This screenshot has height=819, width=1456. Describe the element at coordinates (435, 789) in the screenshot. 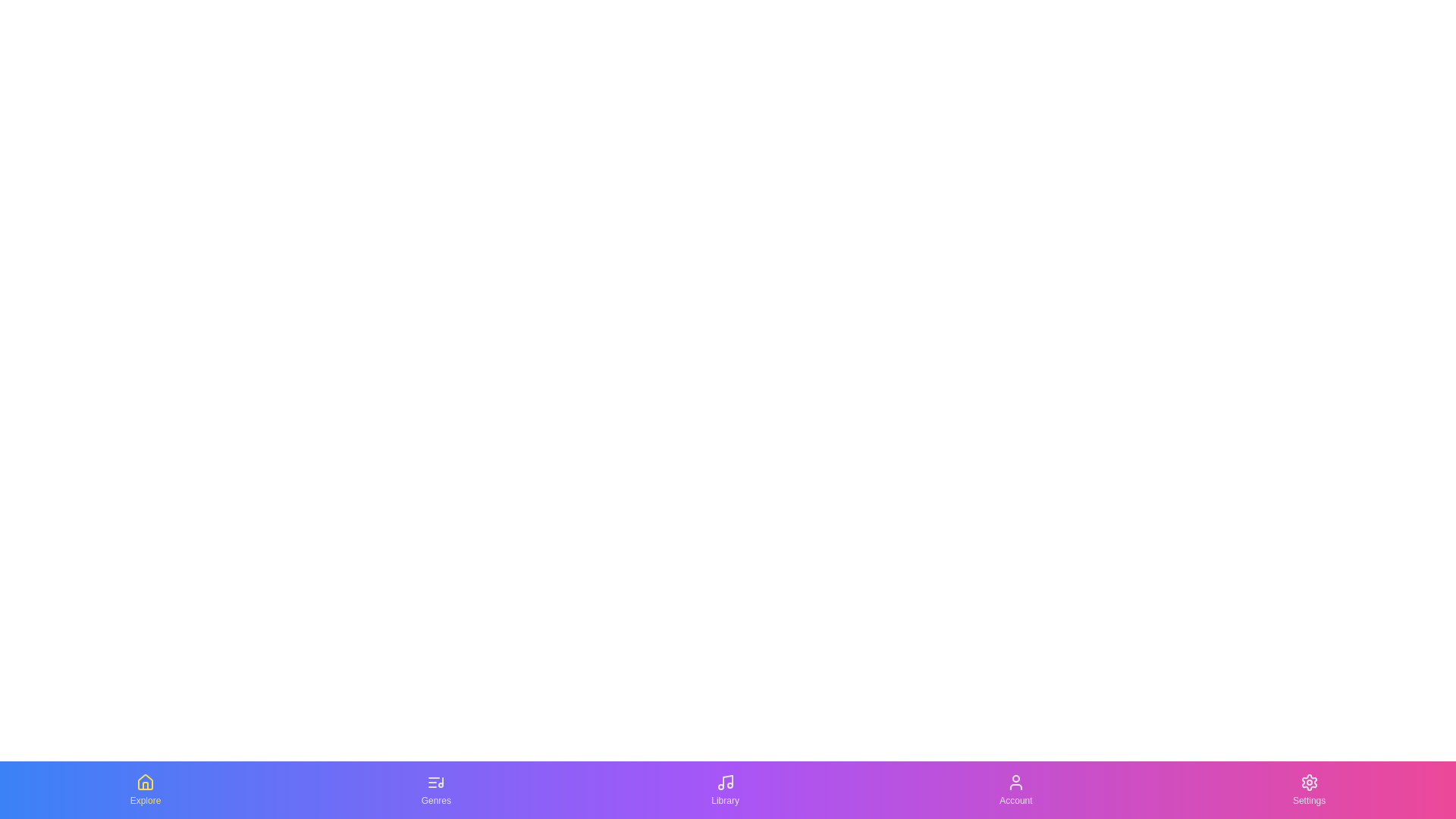

I see `the tab labeled Genres` at that location.